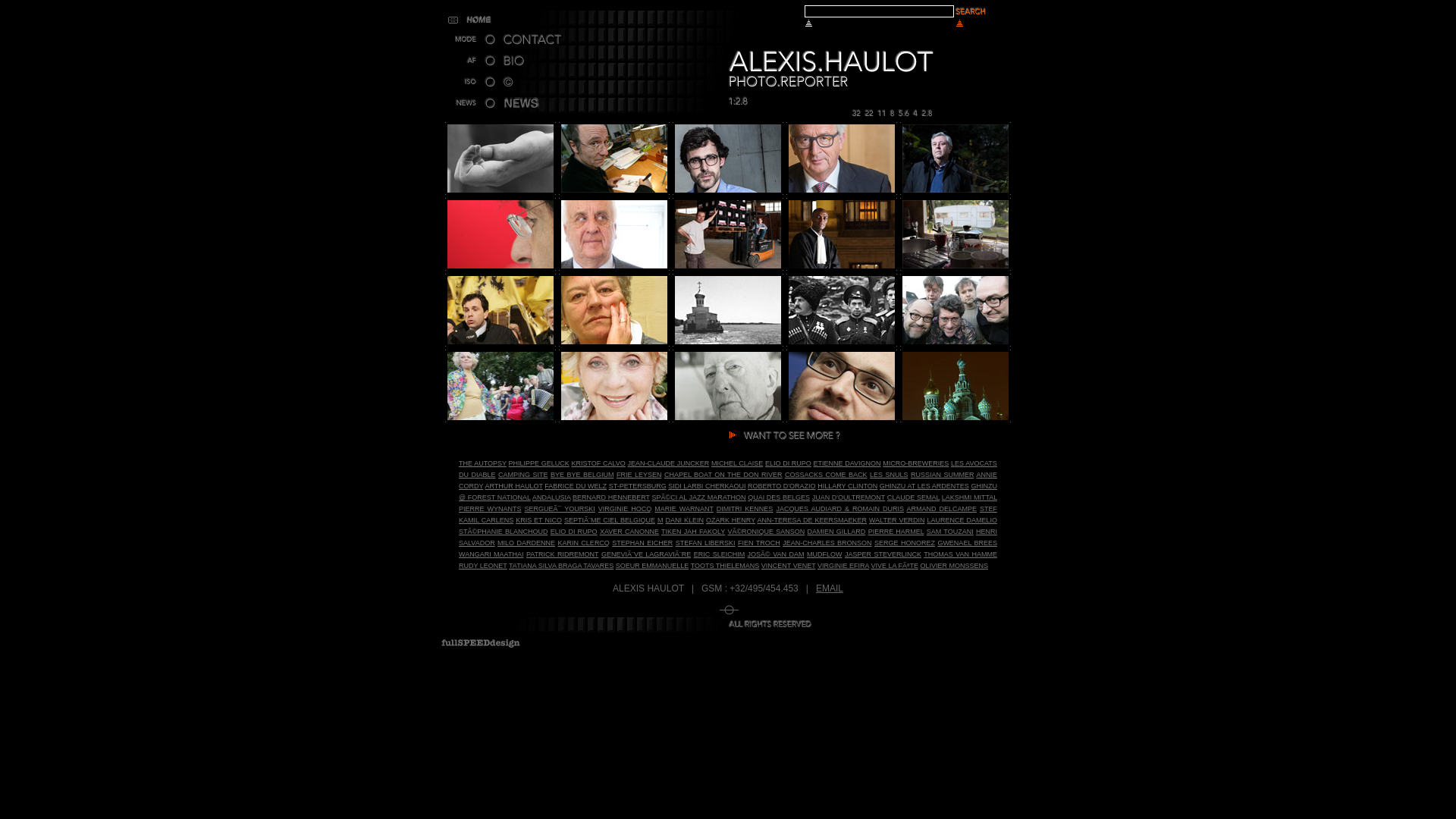 The width and height of the screenshot is (1456, 819). Describe the element at coordinates (668, 462) in the screenshot. I see `'JEAN-CLAUDE JUNCKER'` at that location.